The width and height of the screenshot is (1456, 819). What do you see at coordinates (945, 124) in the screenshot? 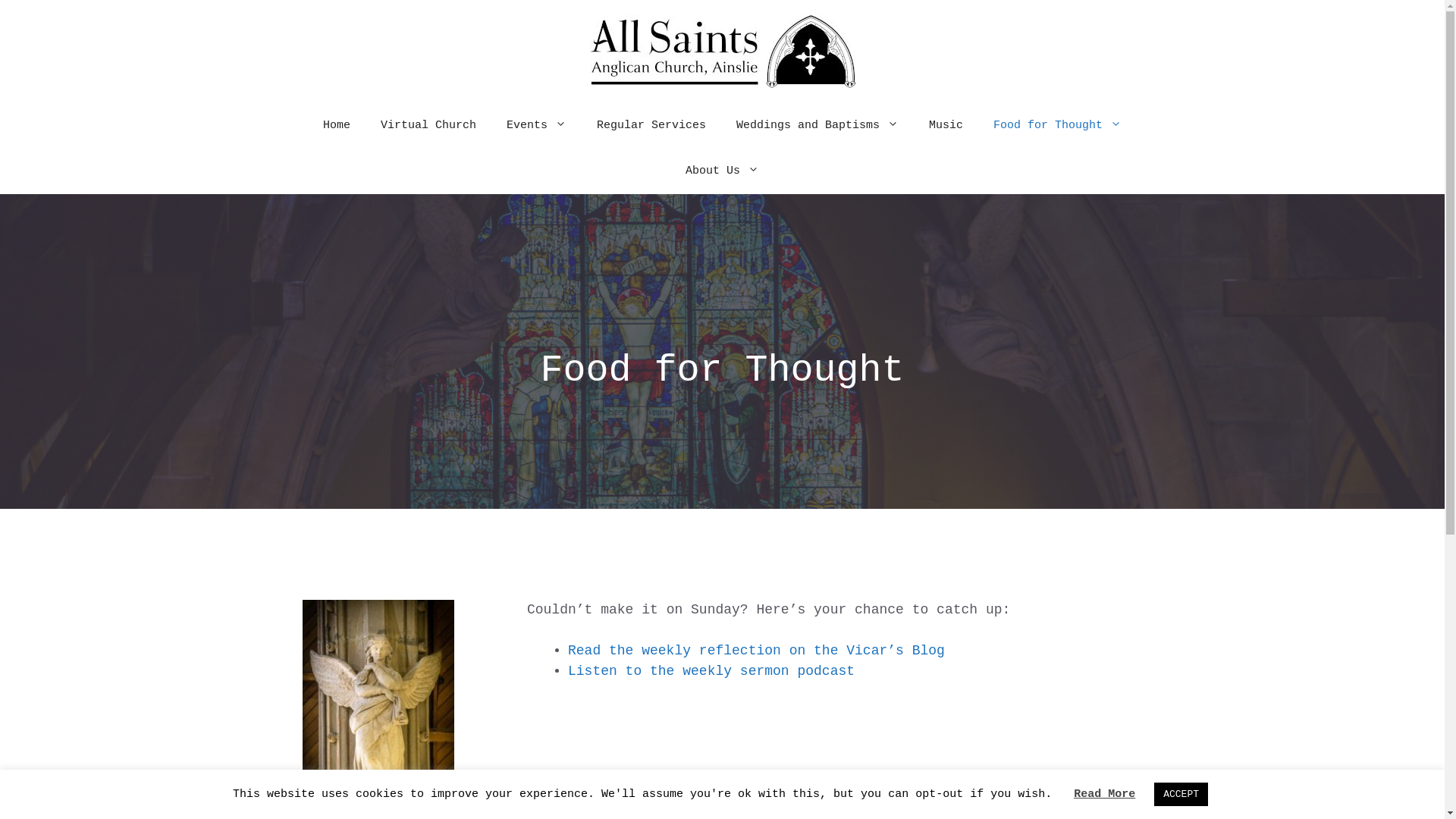
I see `'Music'` at bounding box center [945, 124].